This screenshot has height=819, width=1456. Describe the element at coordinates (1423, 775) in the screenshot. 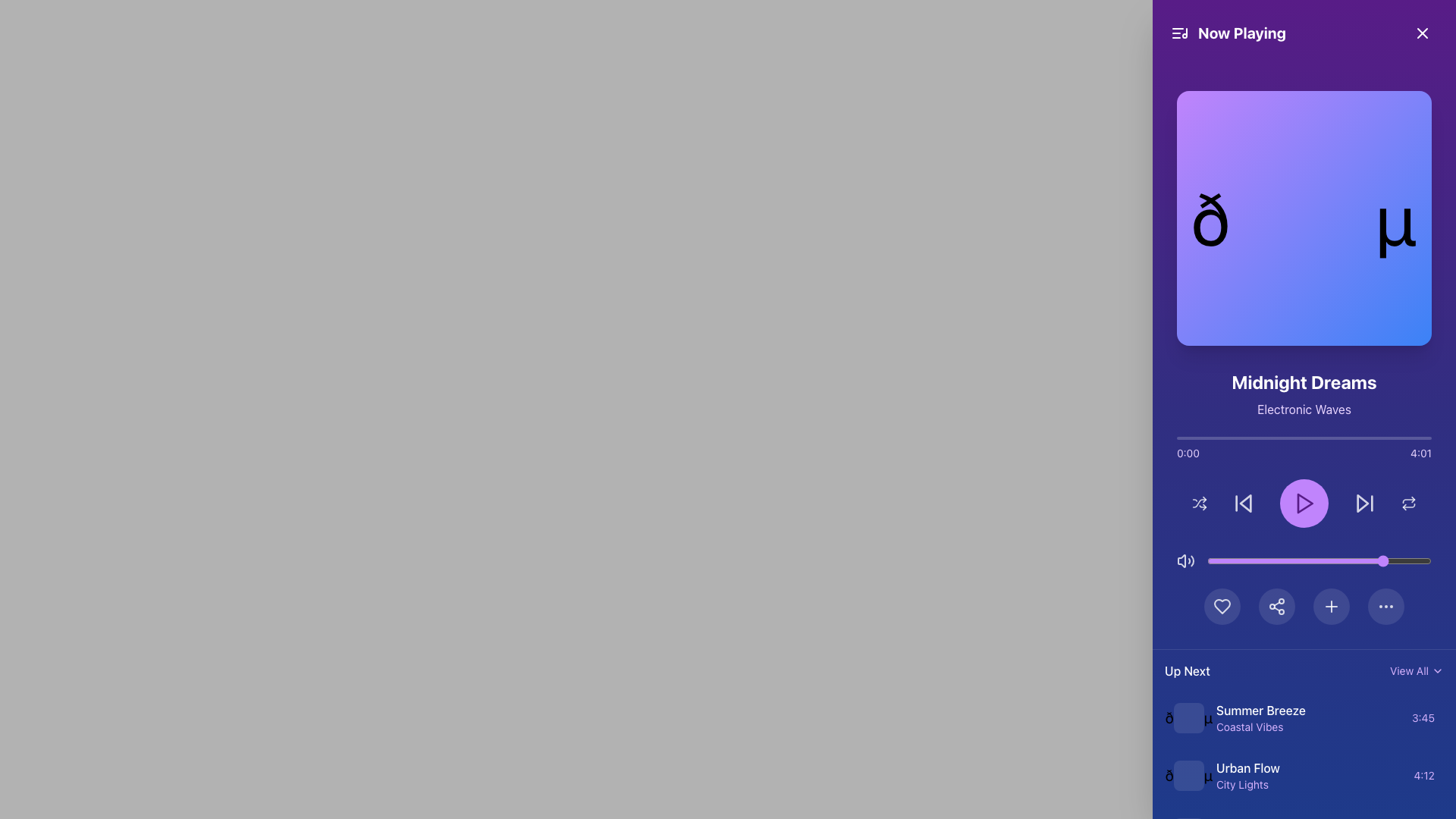

I see `the song duration displayed in the label for 'Urban Flow' located in the 'Up Next' section, aligned to the far-right side of the entry` at that location.